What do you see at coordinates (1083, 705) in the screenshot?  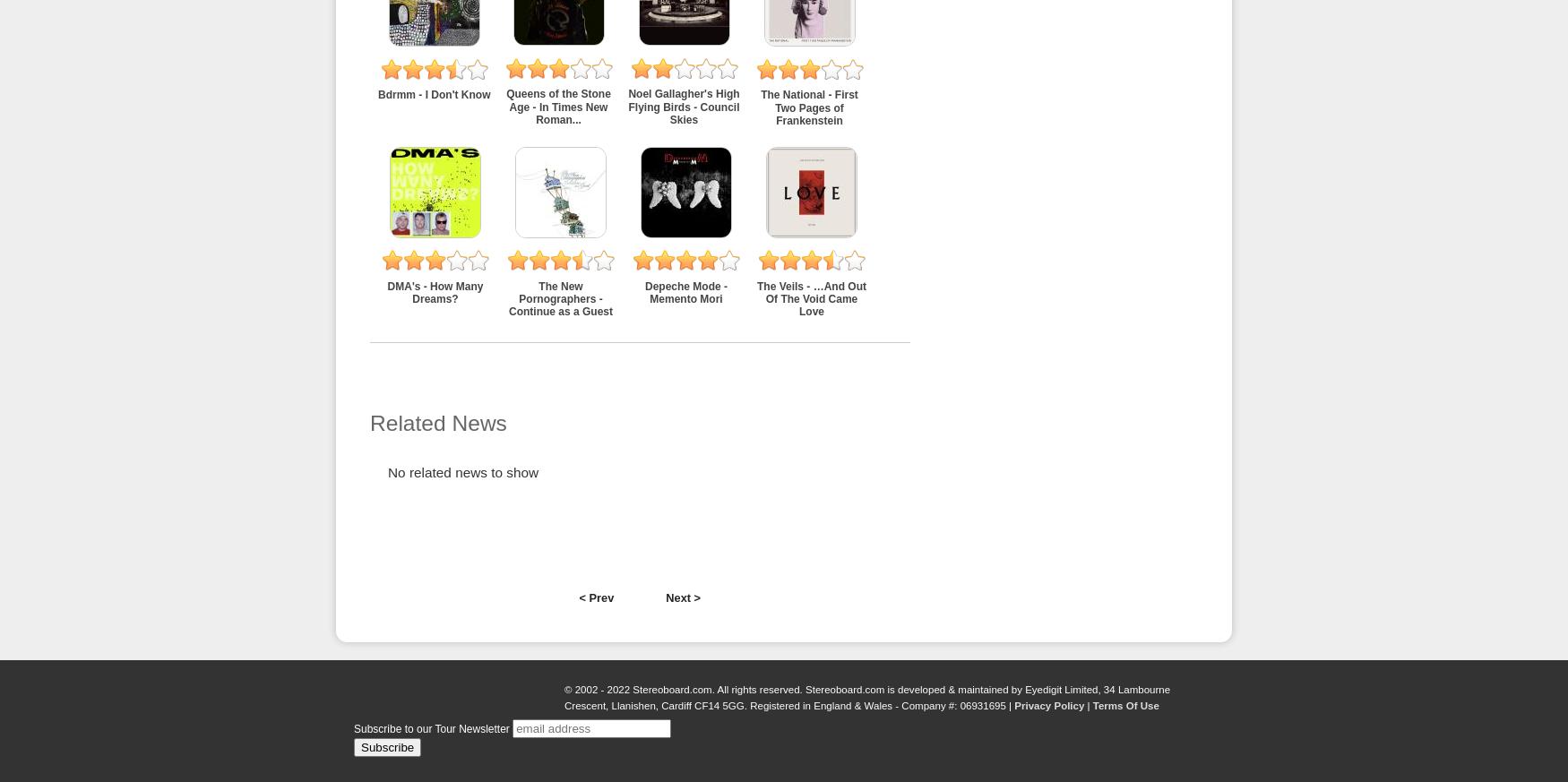 I see `'|'` at bounding box center [1083, 705].